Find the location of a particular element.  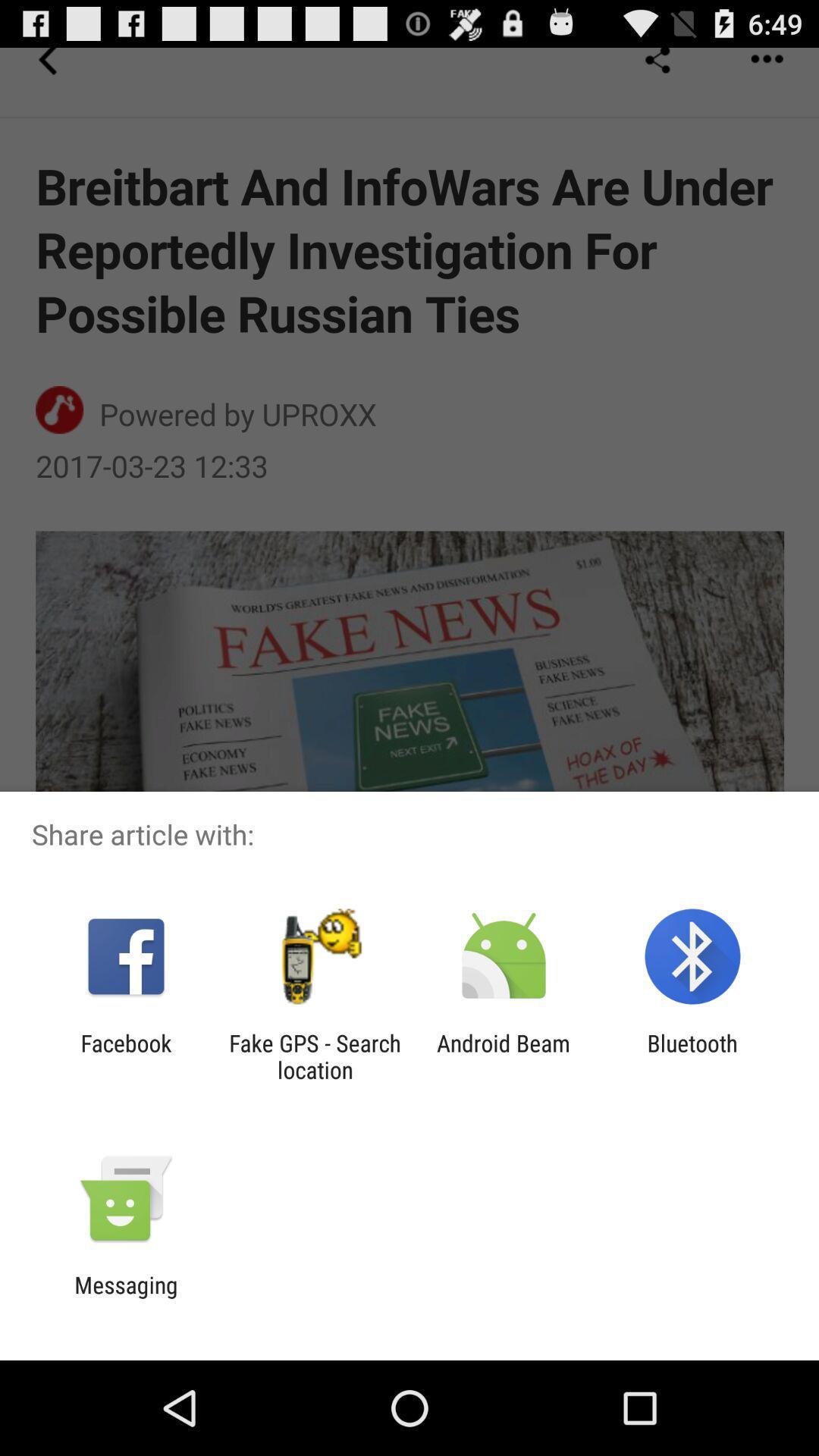

the app next to the fake gps search app is located at coordinates (504, 1056).